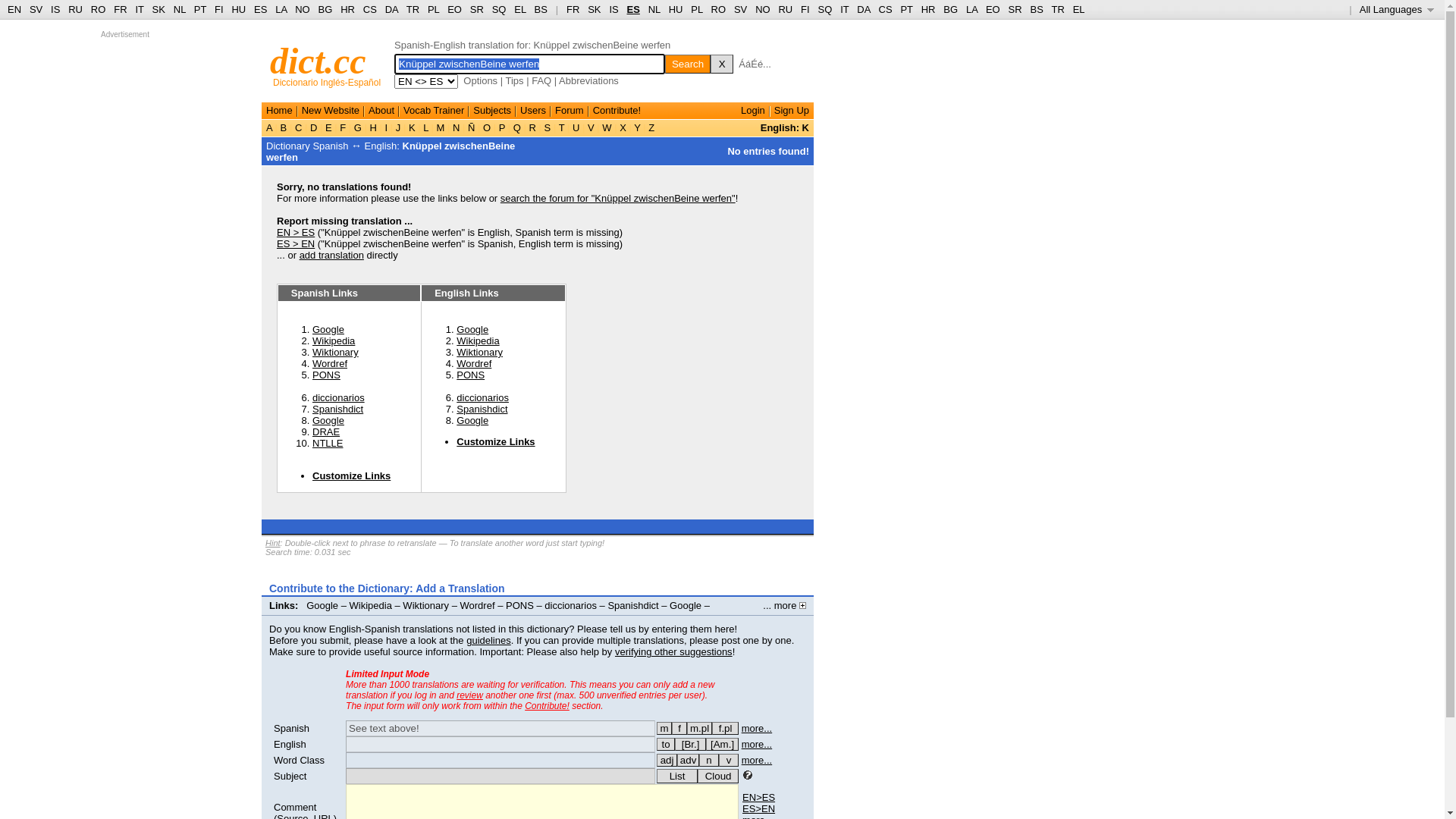  I want to click on 'IS', so click(55, 9).